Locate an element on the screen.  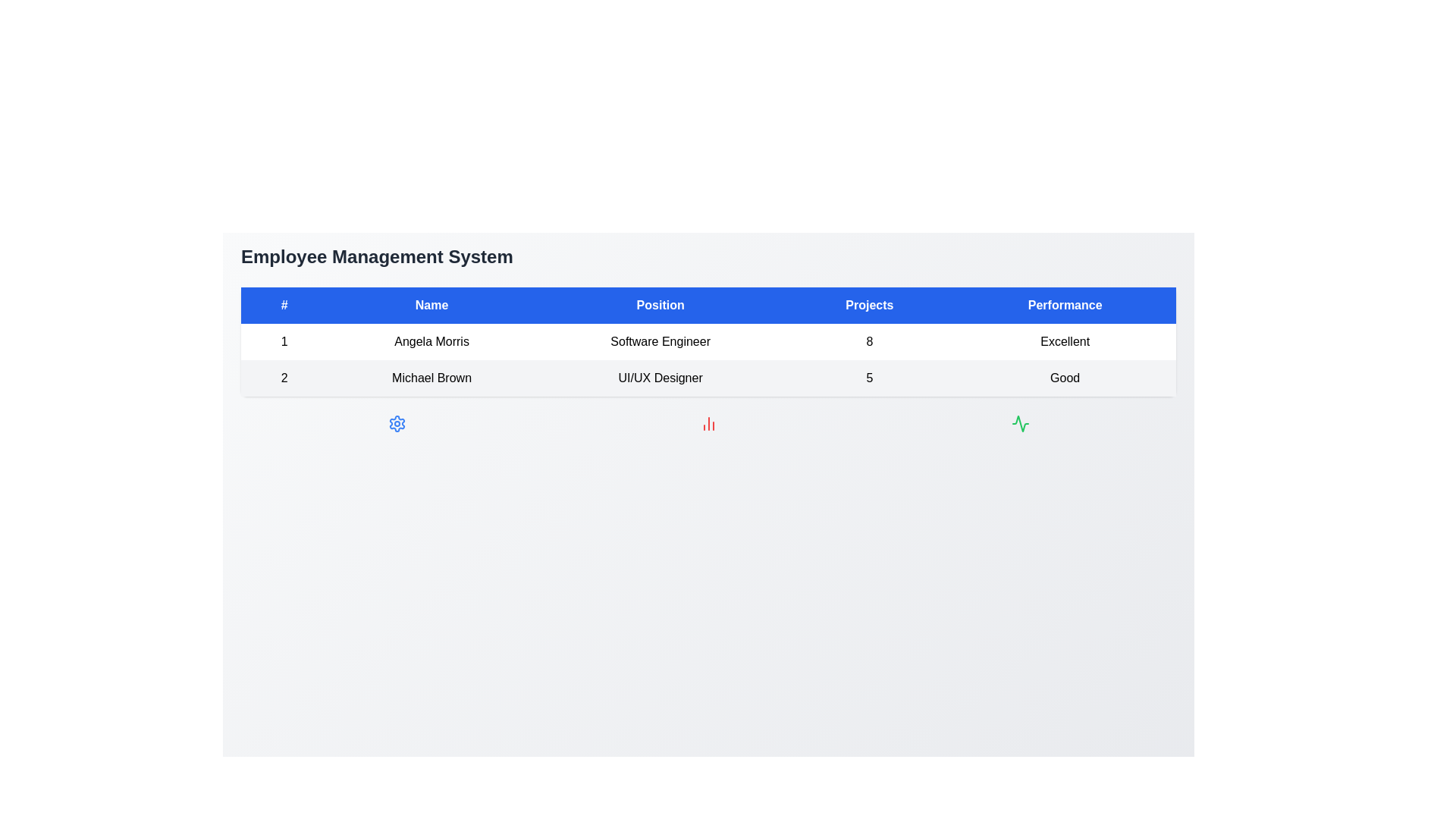
the text display that shows the identifier or index value for the row in the table, located at the top-left section under the column labeled with the pound '#' sign is located at coordinates (284, 342).